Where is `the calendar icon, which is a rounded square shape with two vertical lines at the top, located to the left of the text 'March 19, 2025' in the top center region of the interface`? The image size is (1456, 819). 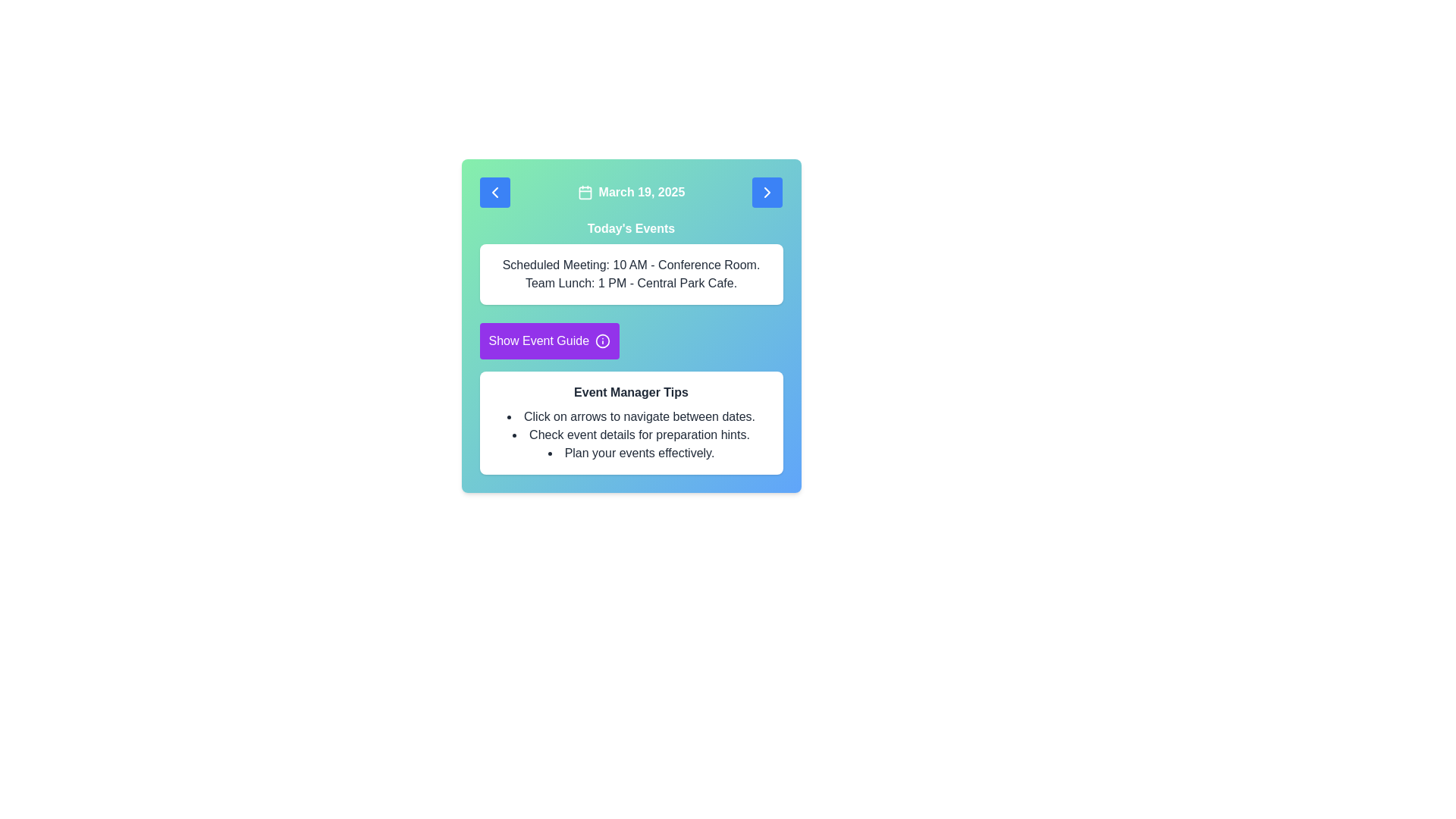 the calendar icon, which is a rounded square shape with two vertical lines at the top, located to the left of the text 'March 19, 2025' in the top center region of the interface is located at coordinates (584, 192).